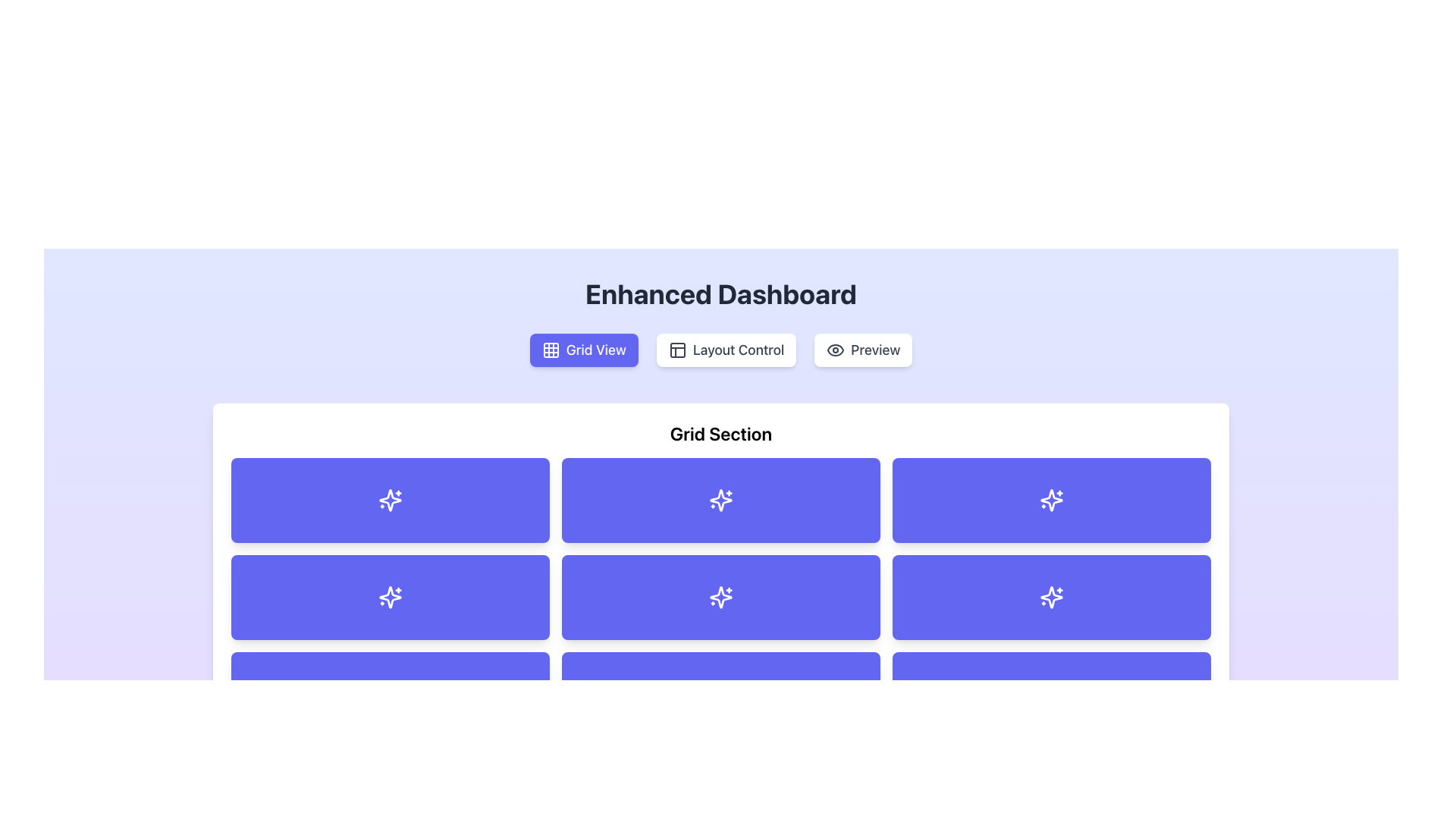  Describe the element at coordinates (720, 596) in the screenshot. I see `the indigo rectangular card with rounded corners and a centered white sparkle icon located in the second row and middle column of the grid layout` at that location.